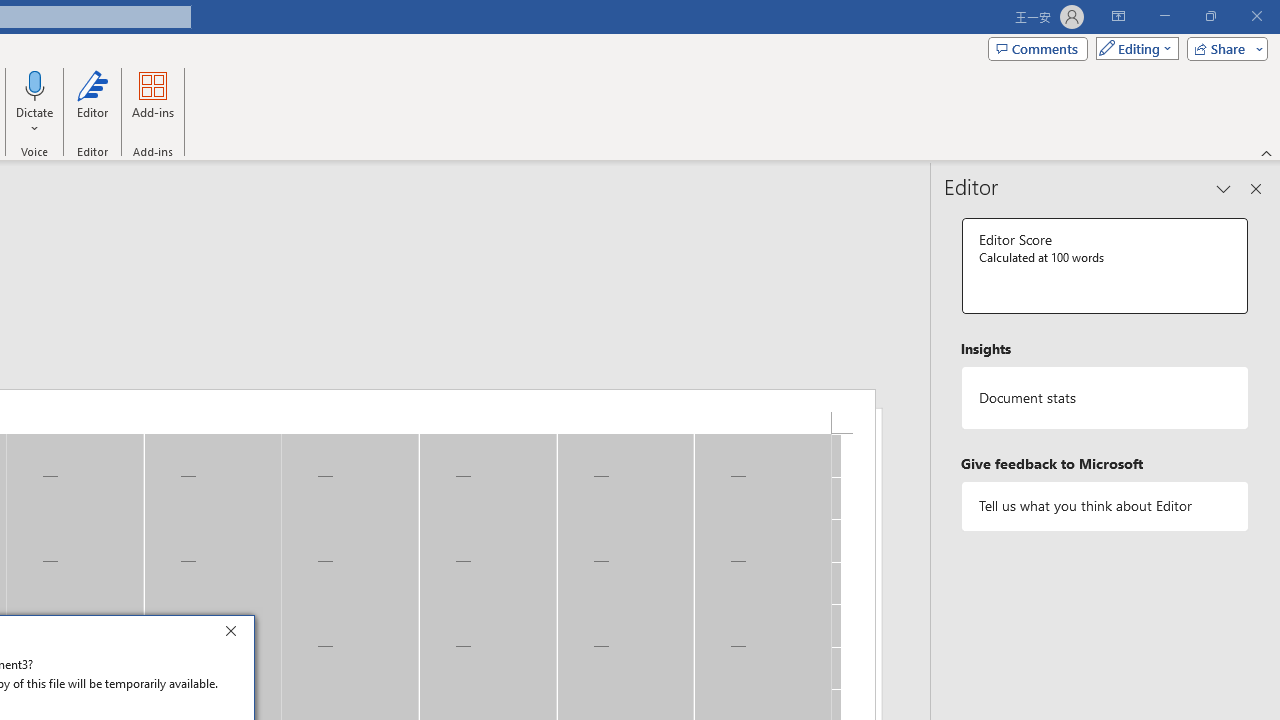  Describe the element at coordinates (1255, 189) in the screenshot. I see `'Close pane'` at that location.